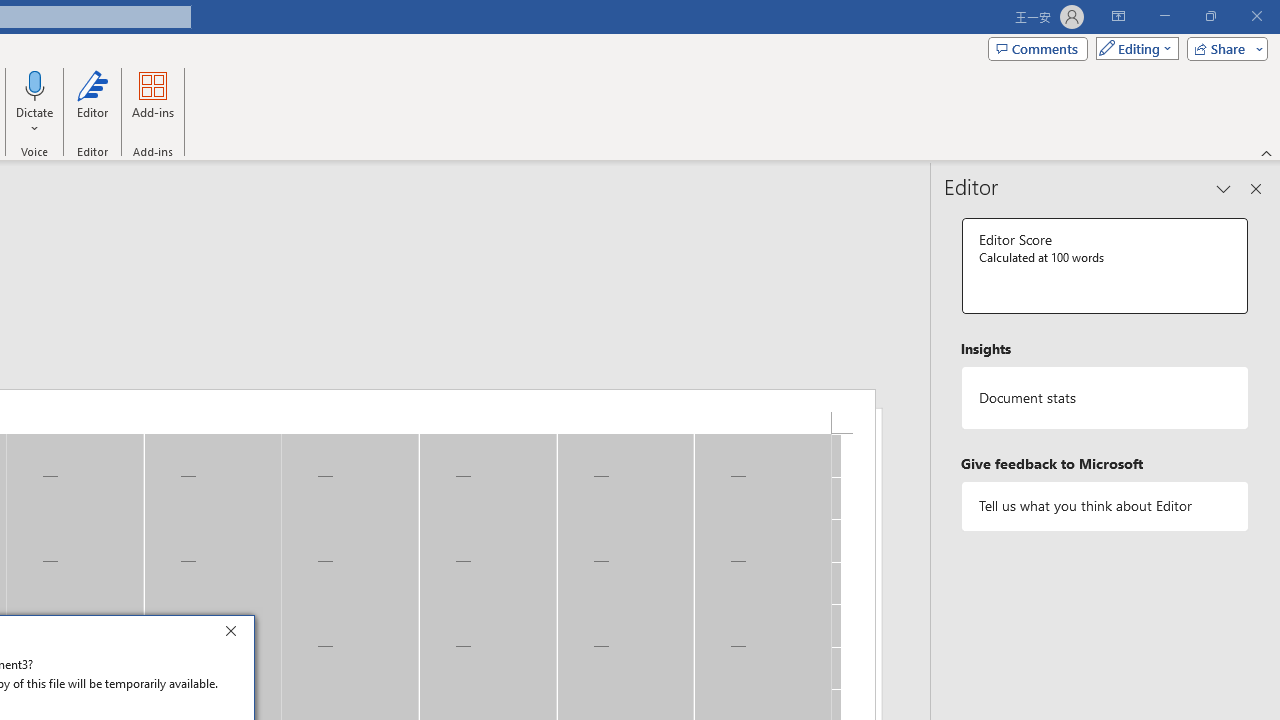  Describe the element at coordinates (1255, 189) in the screenshot. I see `'Close pane'` at that location.